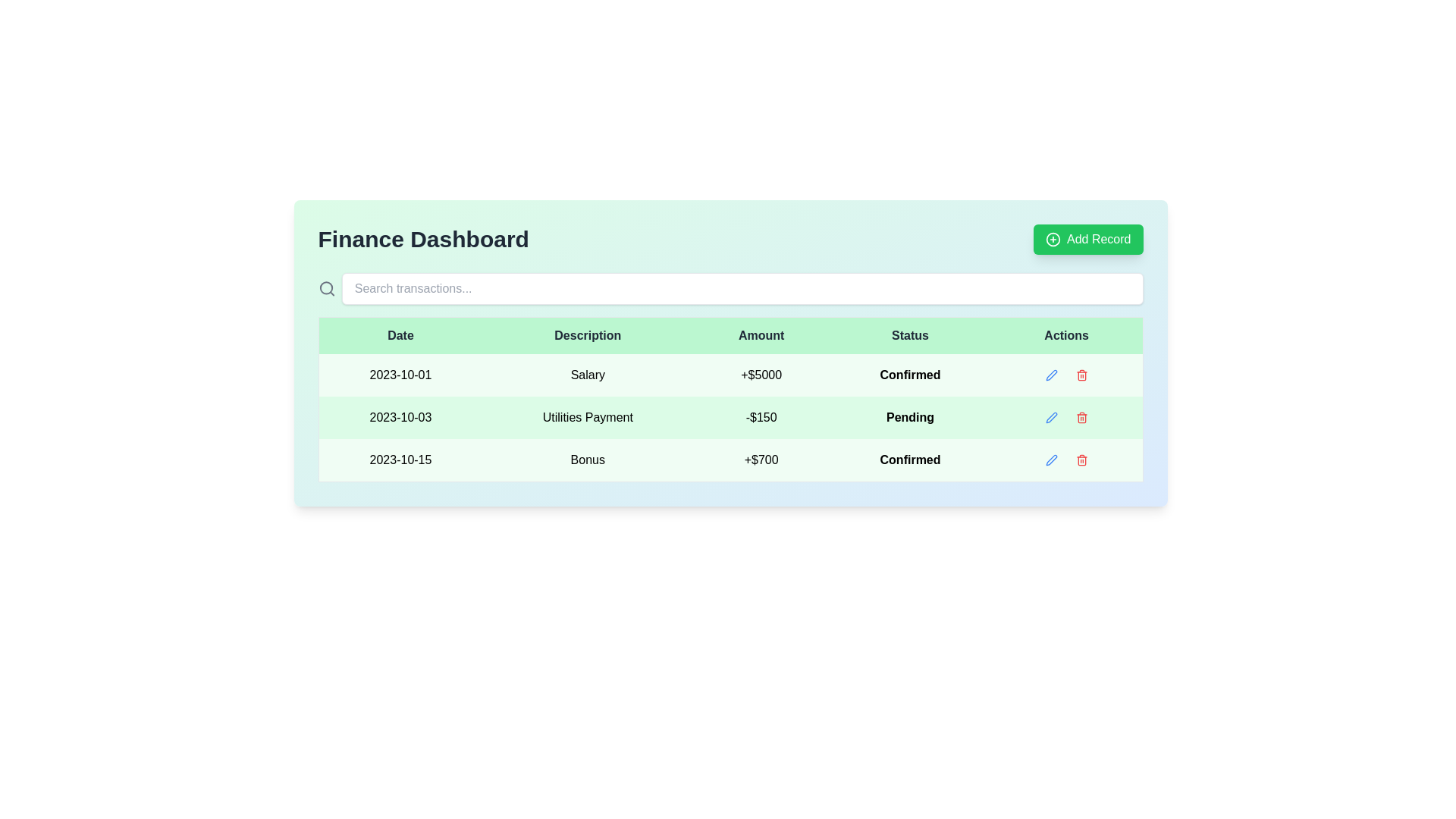 The image size is (1456, 819). Describe the element at coordinates (1065, 334) in the screenshot. I see `the bold text label stating 'Actions' in black, which is positioned within a green header row as the rightmost element above an action-related column` at that location.